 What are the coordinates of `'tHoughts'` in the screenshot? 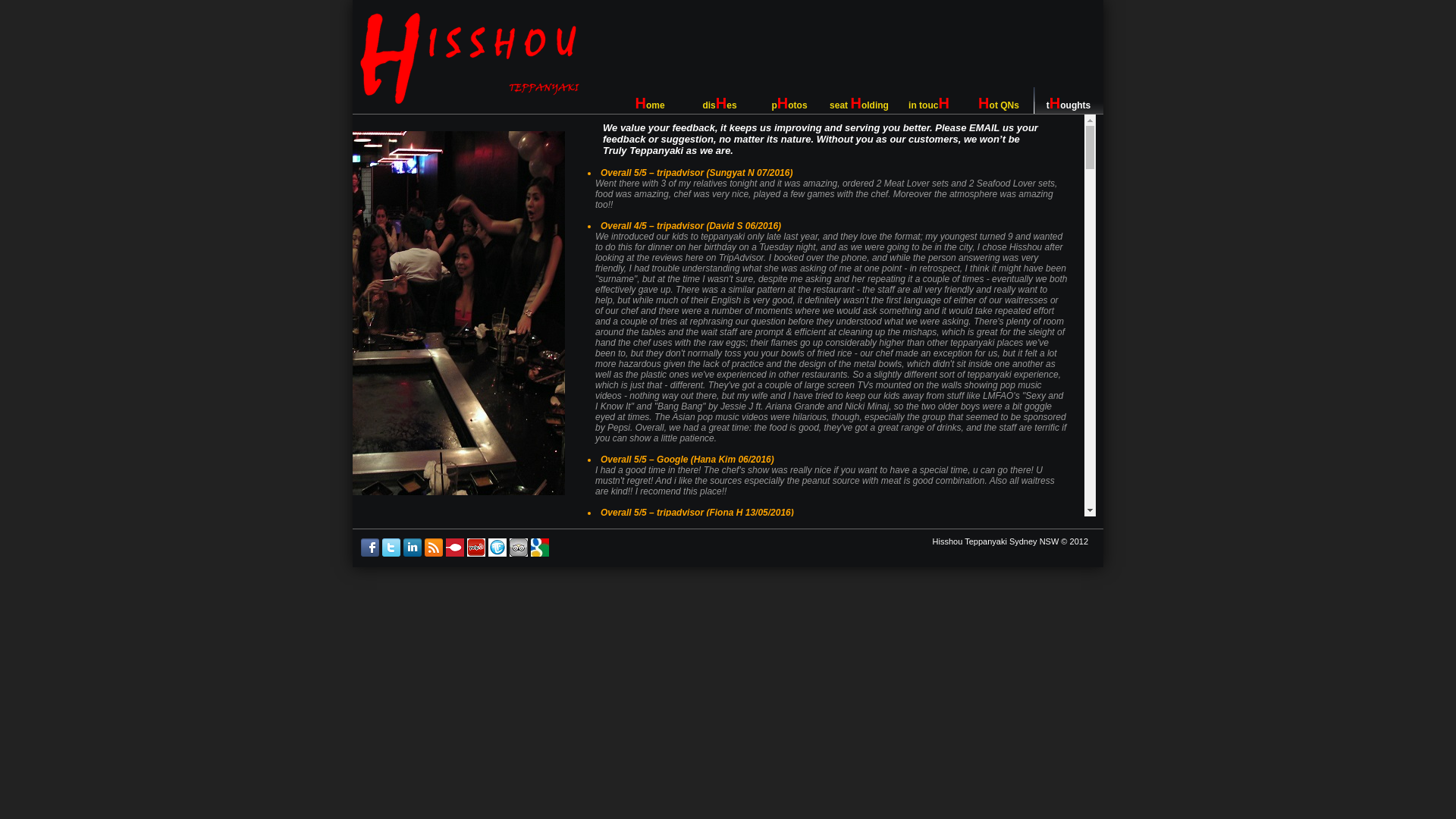 It's located at (1068, 99).